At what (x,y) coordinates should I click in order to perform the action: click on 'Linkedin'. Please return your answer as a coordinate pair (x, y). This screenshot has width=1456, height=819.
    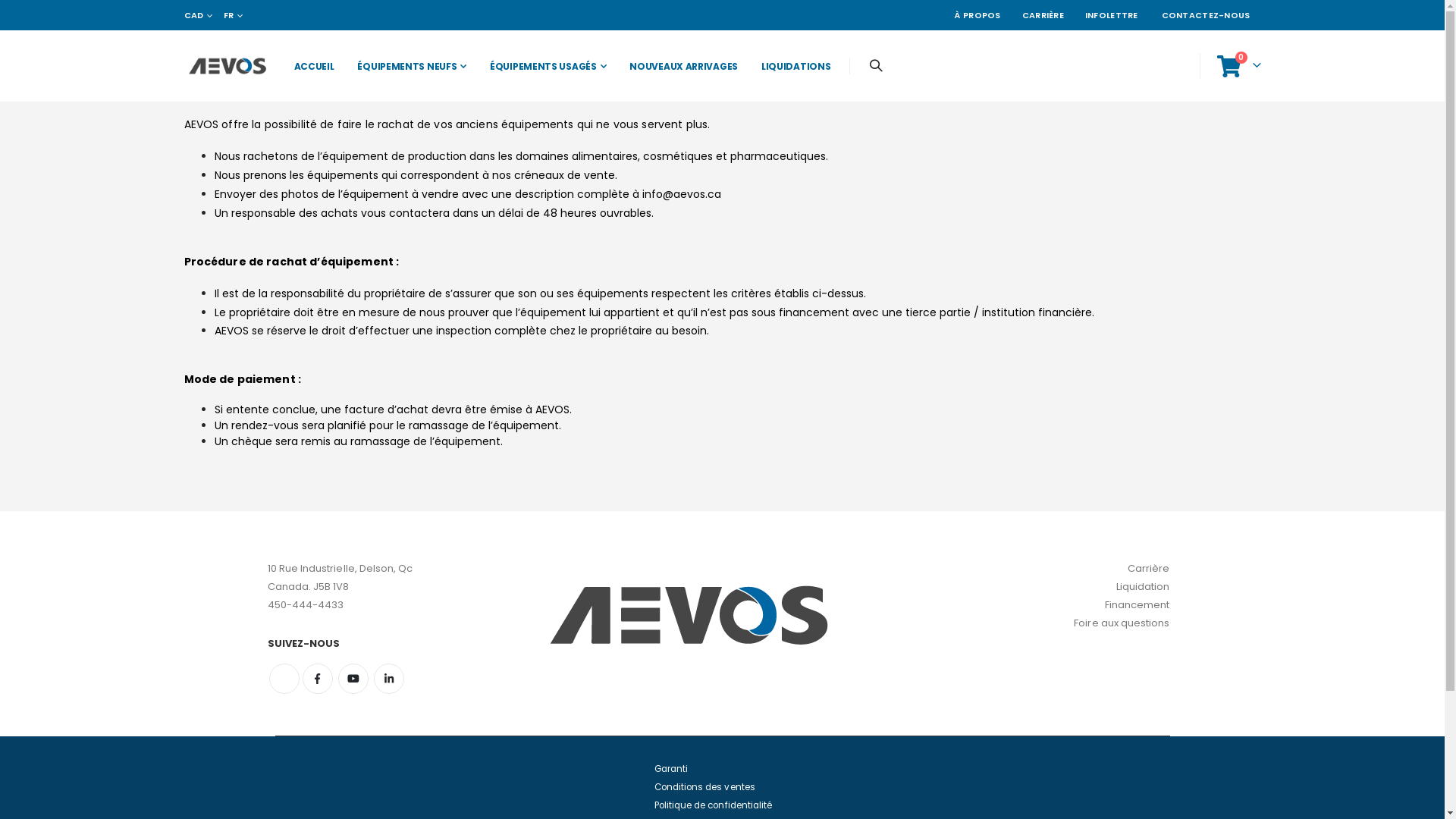
    Looking at the image, I should click on (389, 677).